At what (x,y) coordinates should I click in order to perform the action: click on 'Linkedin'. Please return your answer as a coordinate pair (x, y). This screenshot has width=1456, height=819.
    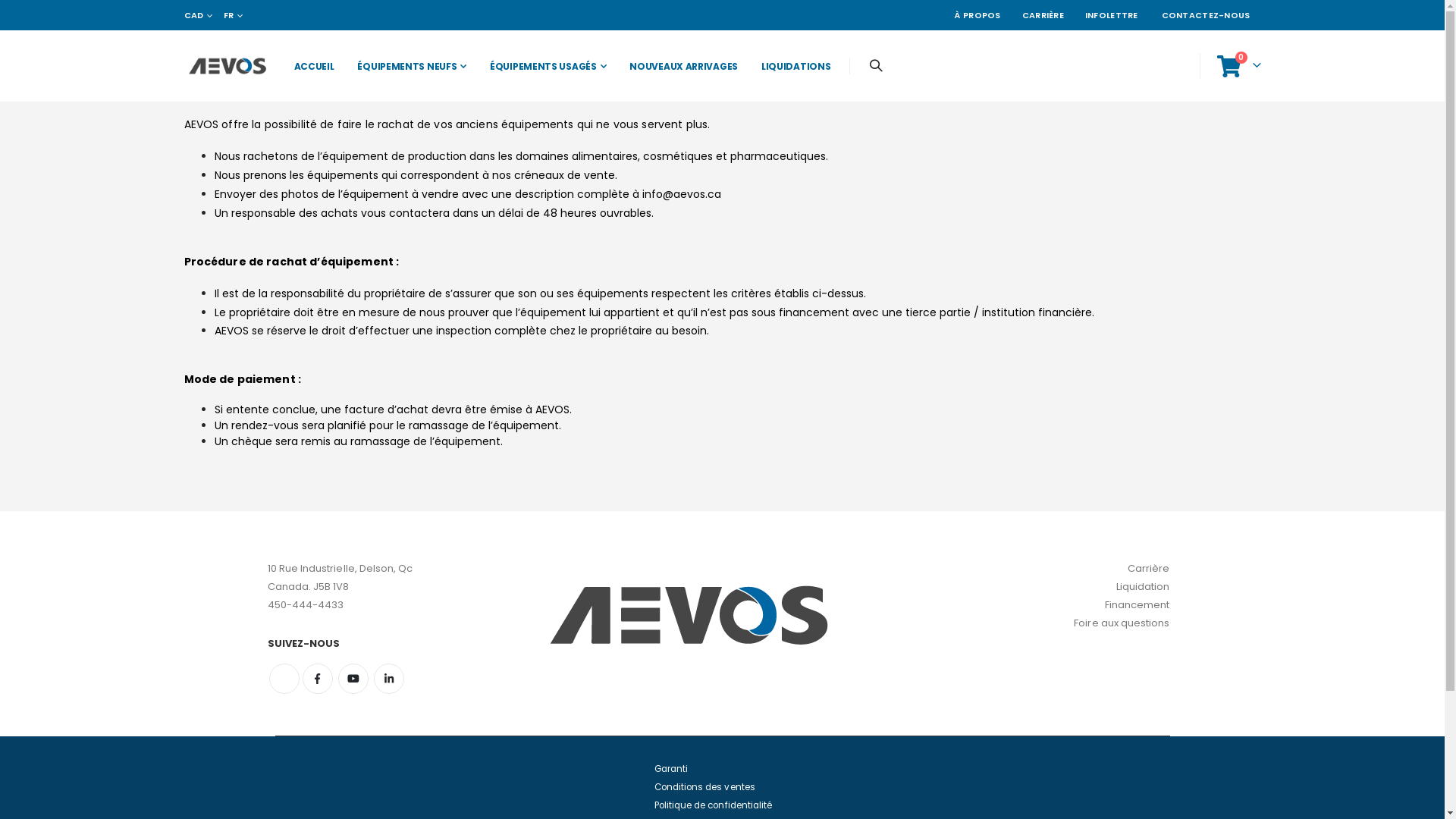
    Looking at the image, I should click on (389, 677).